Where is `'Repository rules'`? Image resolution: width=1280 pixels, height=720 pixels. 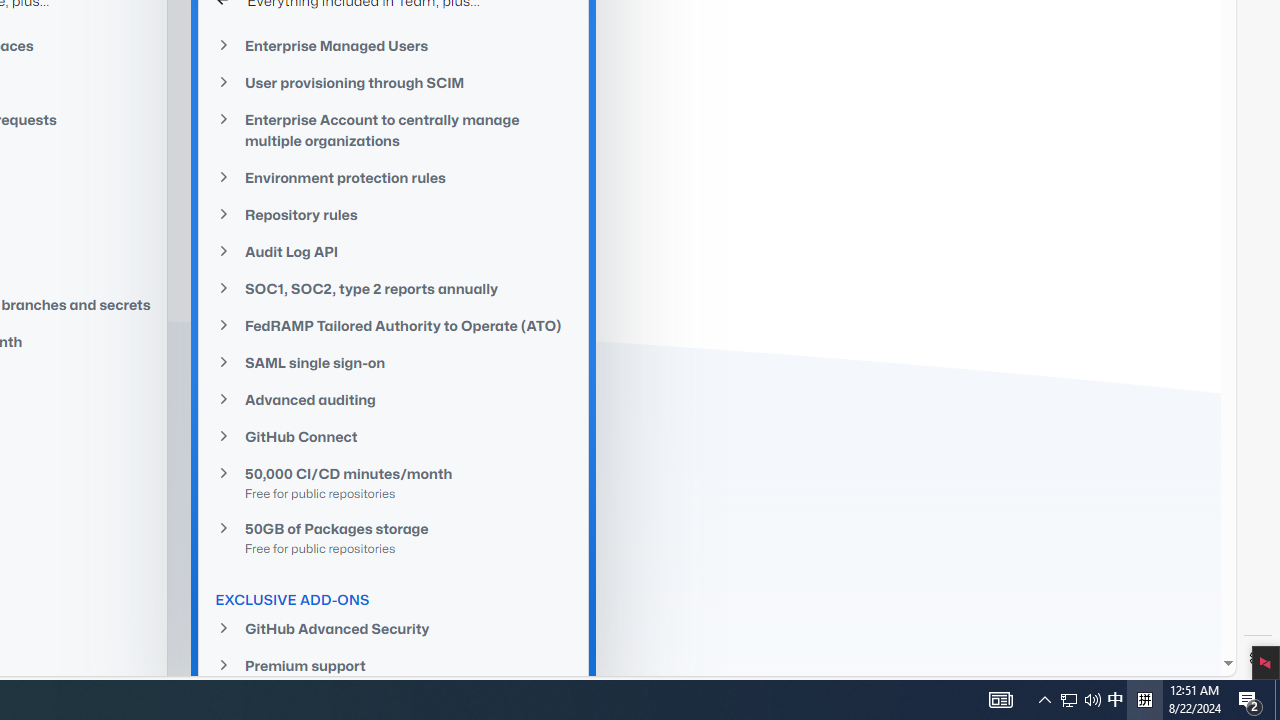 'Repository rules' is located at coordinates (394, 214).